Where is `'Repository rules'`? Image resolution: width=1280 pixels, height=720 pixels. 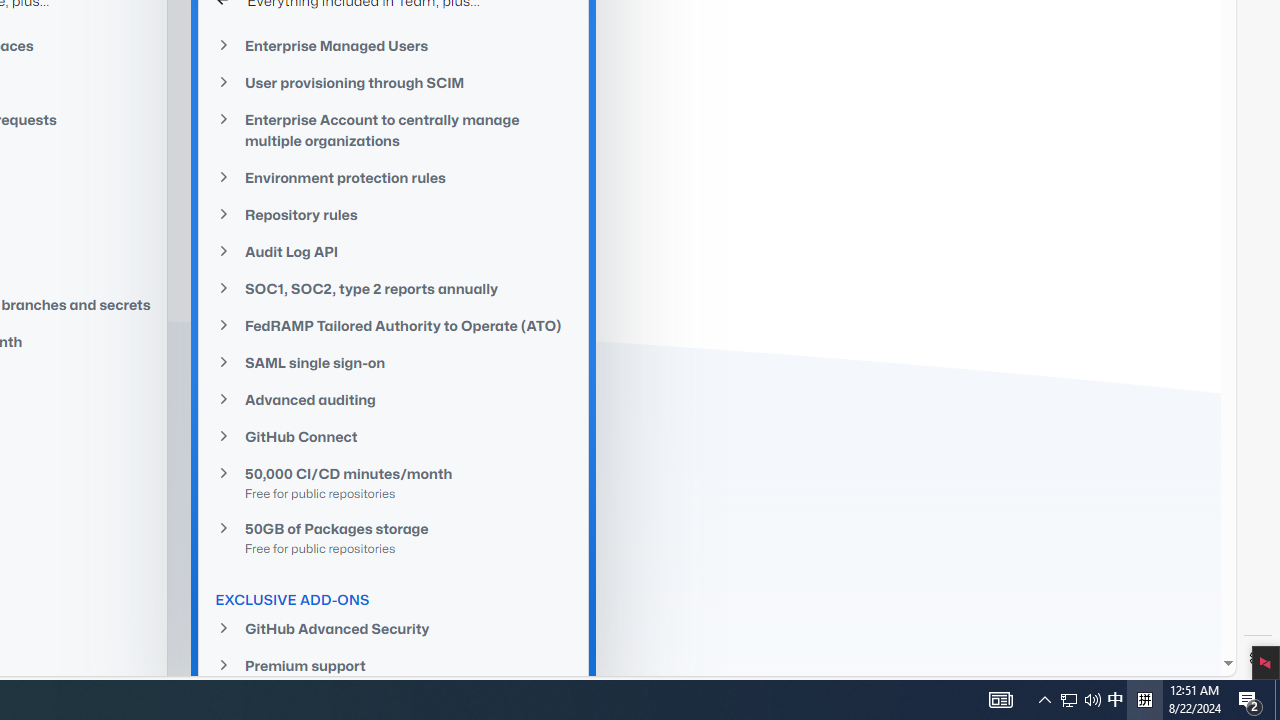 'Repository rules' is located at coordinates (394, 214).